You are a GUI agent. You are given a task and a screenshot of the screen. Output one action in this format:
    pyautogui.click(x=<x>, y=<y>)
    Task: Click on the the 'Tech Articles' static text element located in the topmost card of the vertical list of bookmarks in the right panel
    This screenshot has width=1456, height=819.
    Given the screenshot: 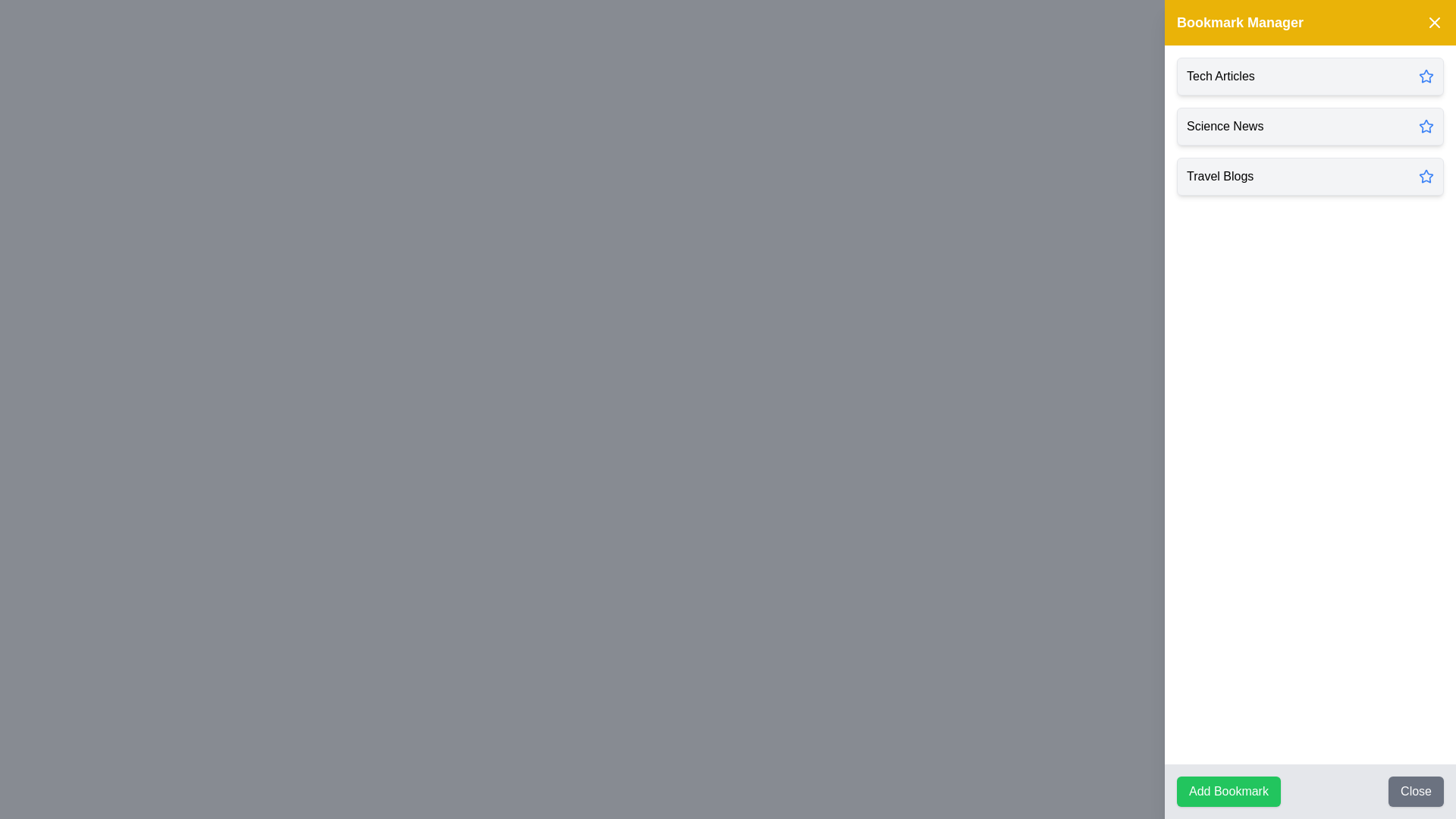 What is the action you would take?
    pyautogui.click(x=1220, y=76)
    